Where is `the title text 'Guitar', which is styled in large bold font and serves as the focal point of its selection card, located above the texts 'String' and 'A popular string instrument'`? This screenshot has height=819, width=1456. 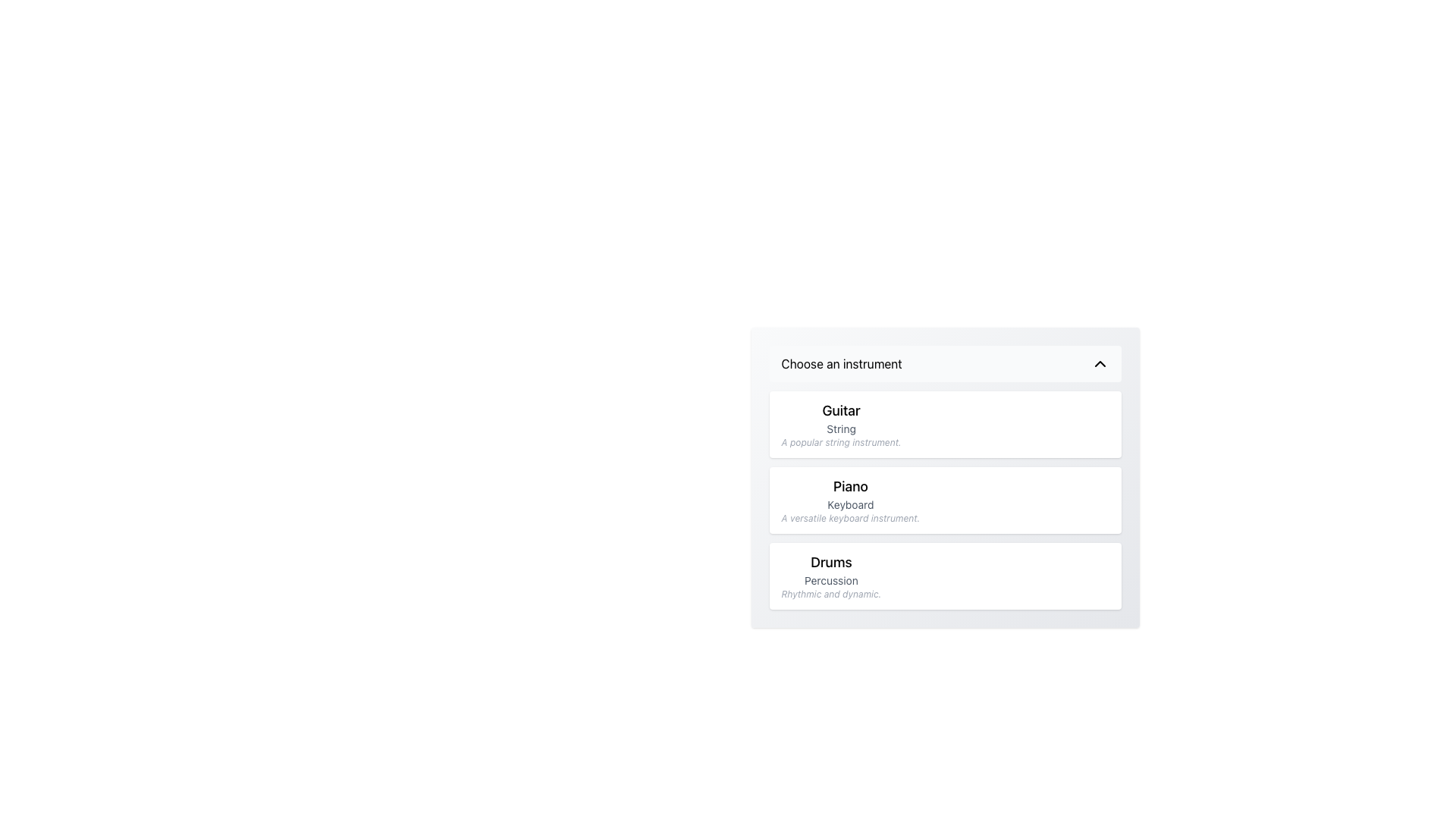 the title text 'Guitar', which is styled in large bold font and serves as the focal point of its selection card, located above the texts 'String' and 'A popular string instrument' is located at coordinates (840, 411).